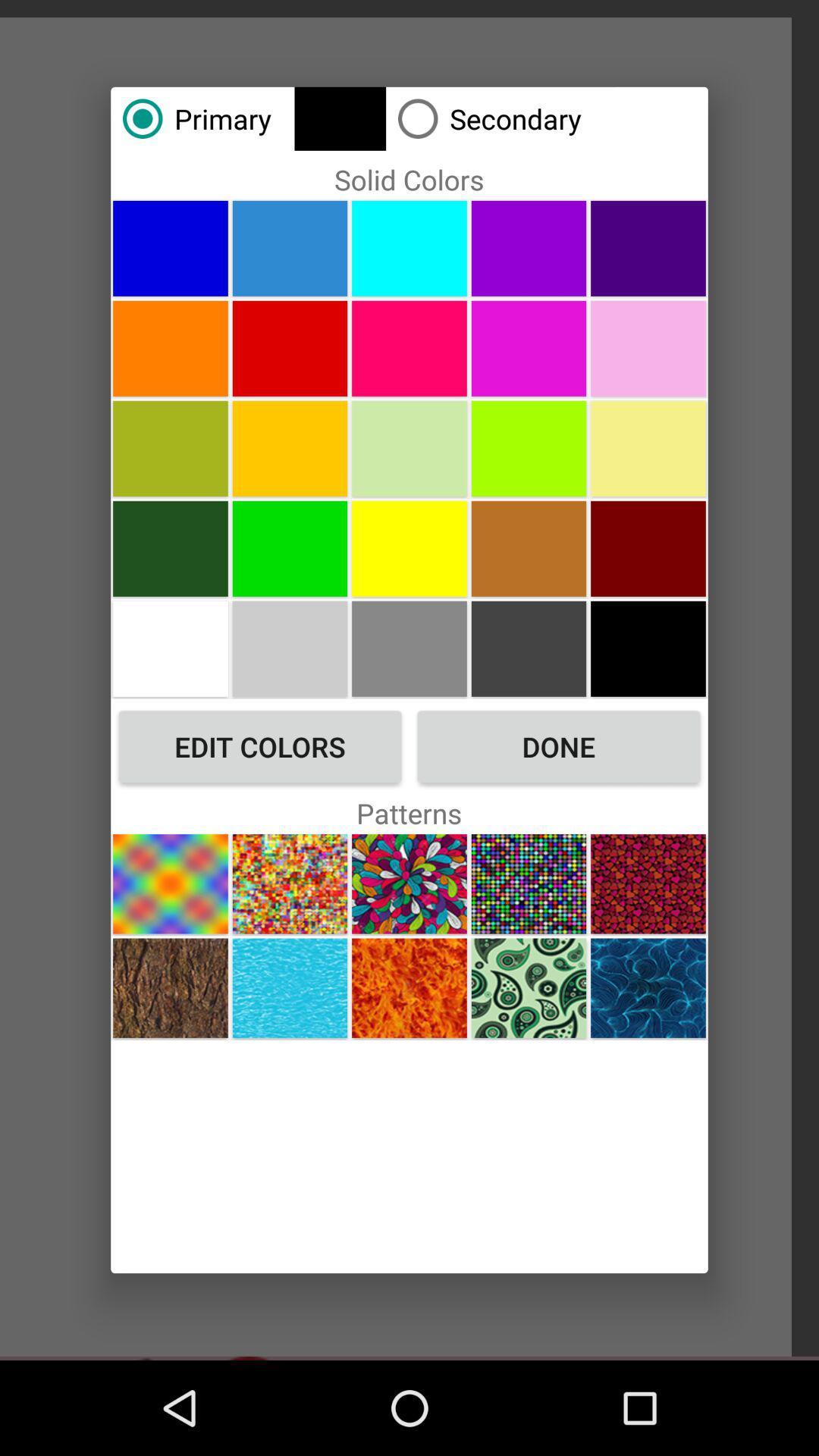 The width and height of the screenshot is (819, 1456). Describe the element at coordinates (648, 988) in the screenshot. I see `a pattern` at that location.